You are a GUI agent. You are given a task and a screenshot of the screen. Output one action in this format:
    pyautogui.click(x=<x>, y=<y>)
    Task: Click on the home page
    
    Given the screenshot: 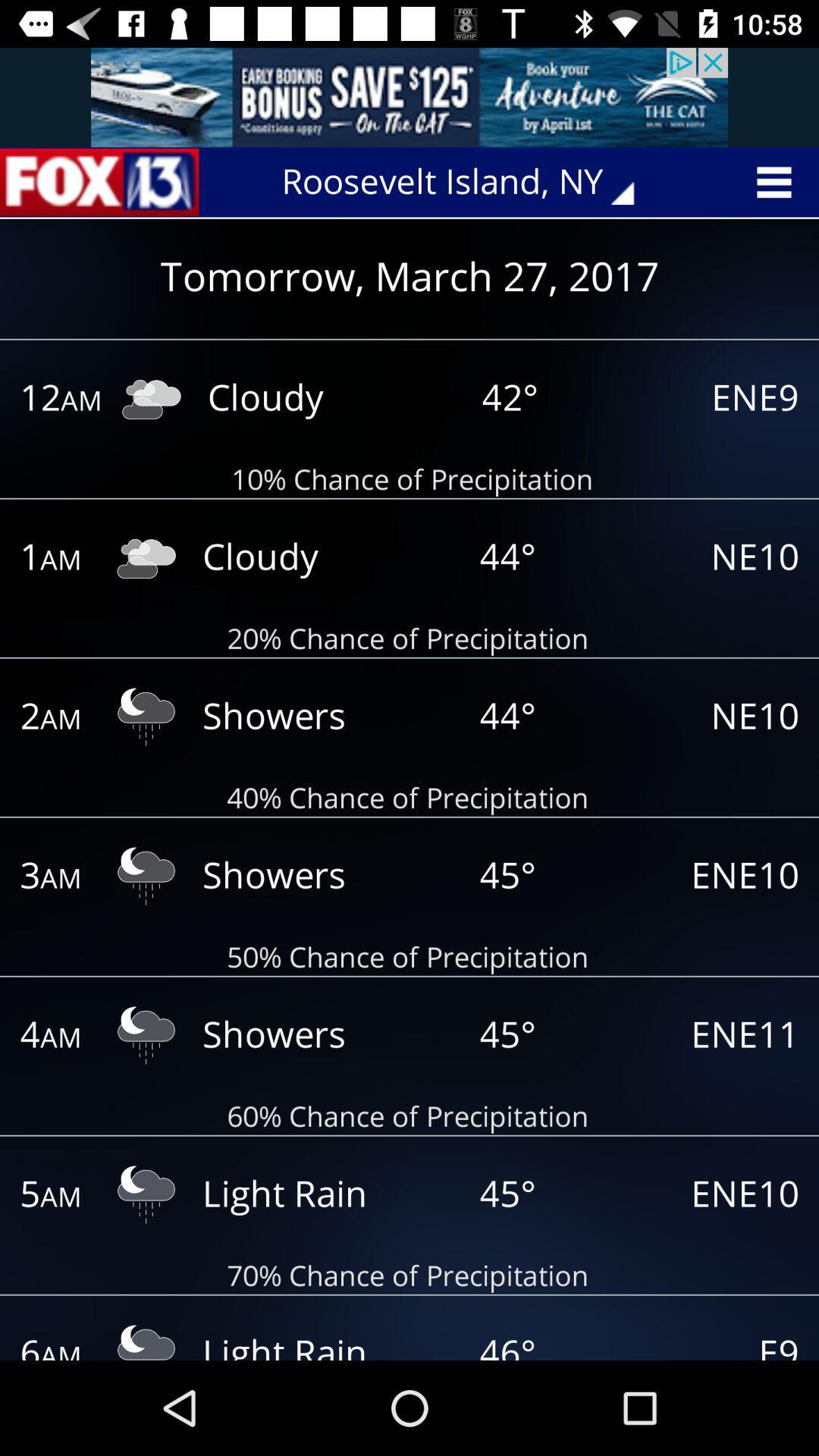 What is the action you would take?
    pyautogui.click(x=99, y=182)
    